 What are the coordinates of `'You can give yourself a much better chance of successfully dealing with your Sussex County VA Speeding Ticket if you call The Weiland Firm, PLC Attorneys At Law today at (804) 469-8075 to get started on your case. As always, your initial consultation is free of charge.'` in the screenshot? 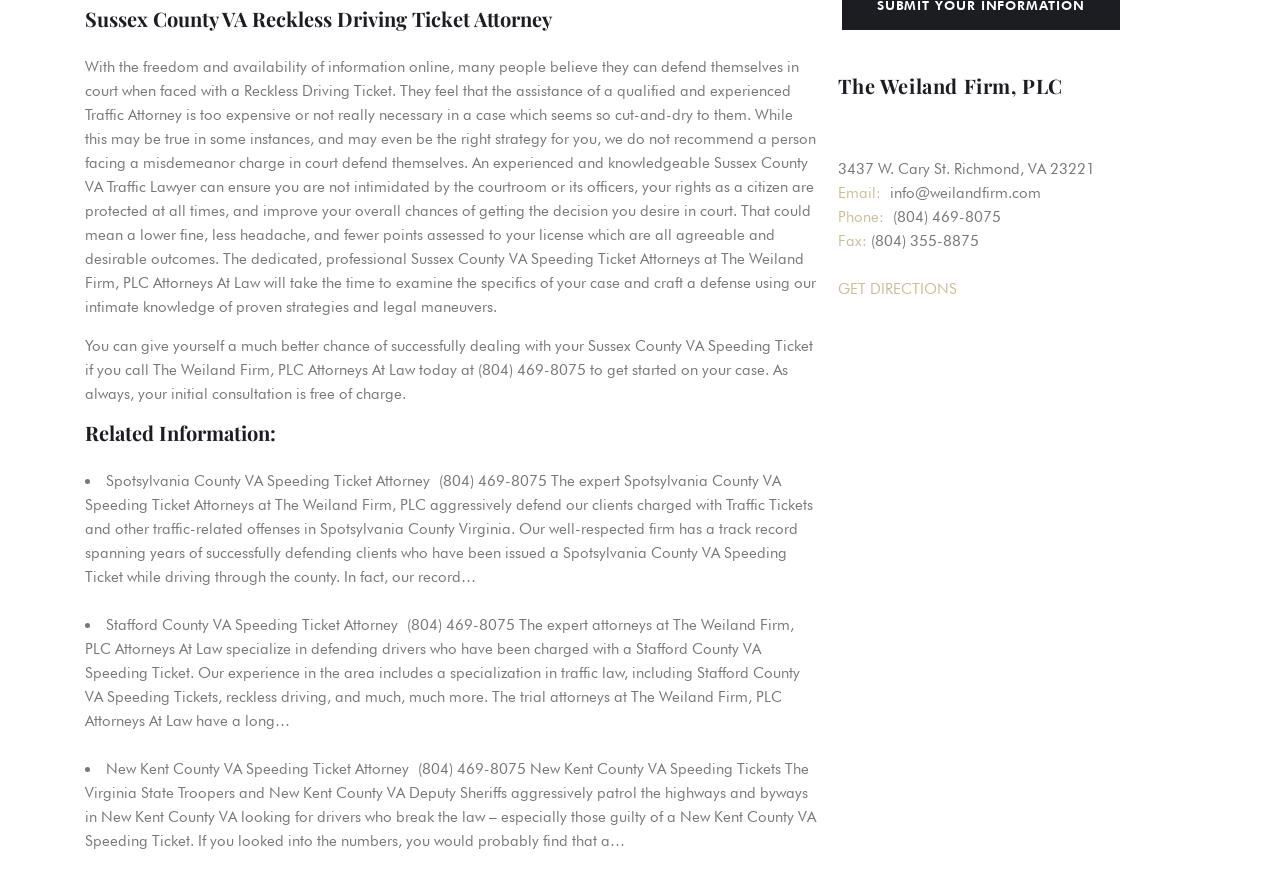 It's located at (448, 369).